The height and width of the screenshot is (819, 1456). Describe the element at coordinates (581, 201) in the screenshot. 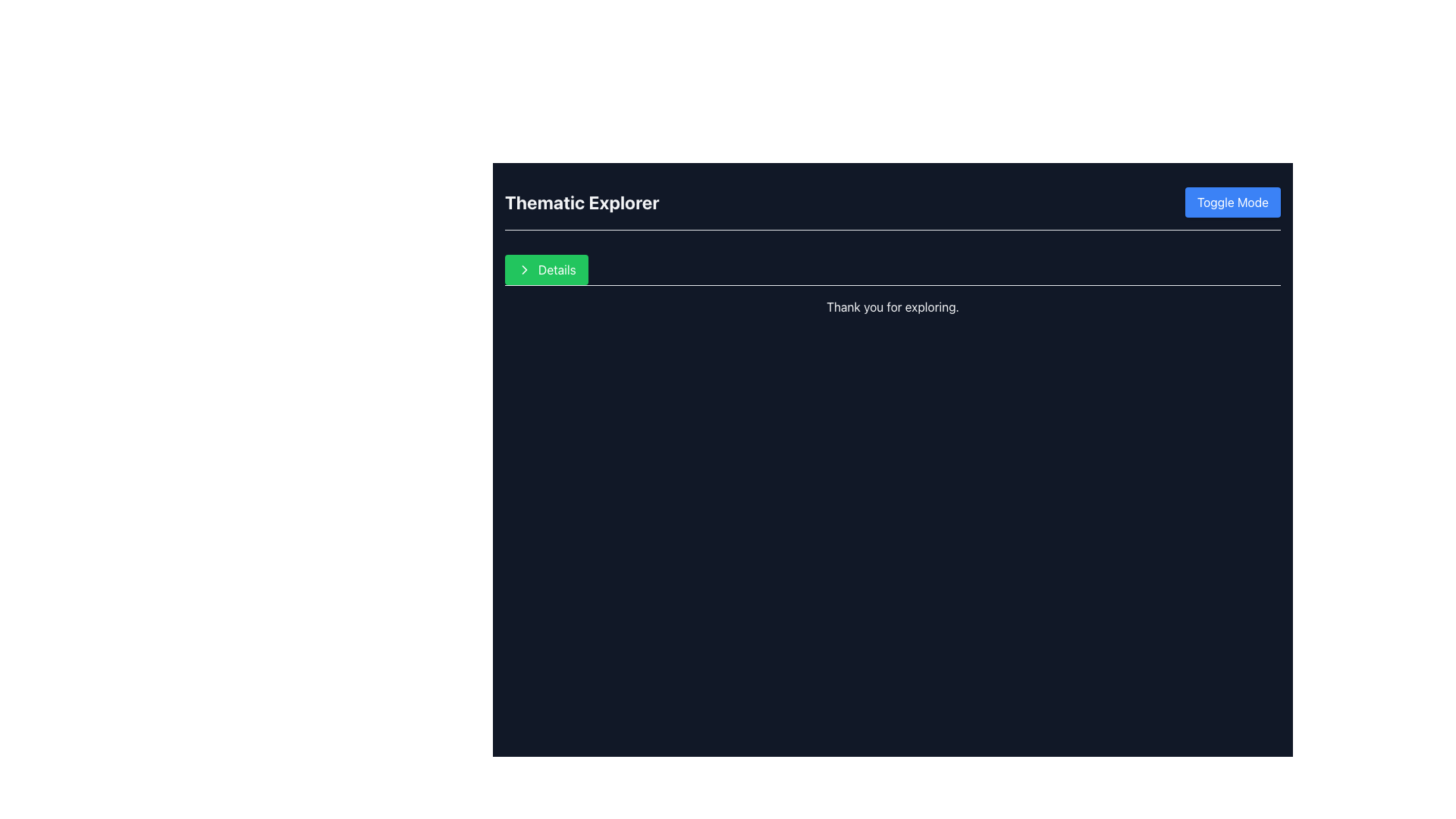

I see `the Text (Header) element located in the top navigation bar, aligned to the left side, which serves as the title of the interface` at that location.